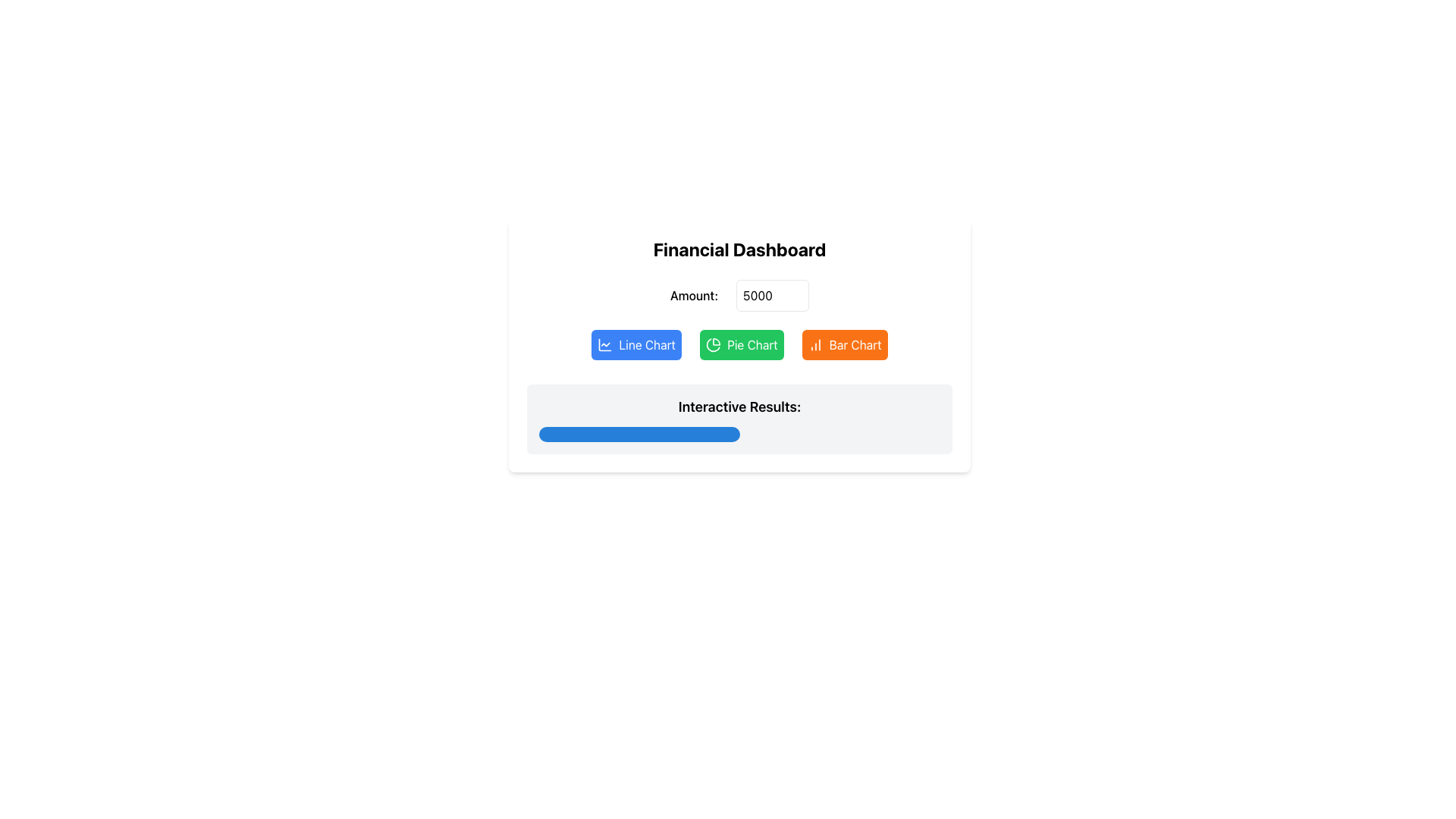 This screenshot has width=1456, height=819. I want to click on the orange button labeled 'Bar Chart' with white text, so click(843, 345).